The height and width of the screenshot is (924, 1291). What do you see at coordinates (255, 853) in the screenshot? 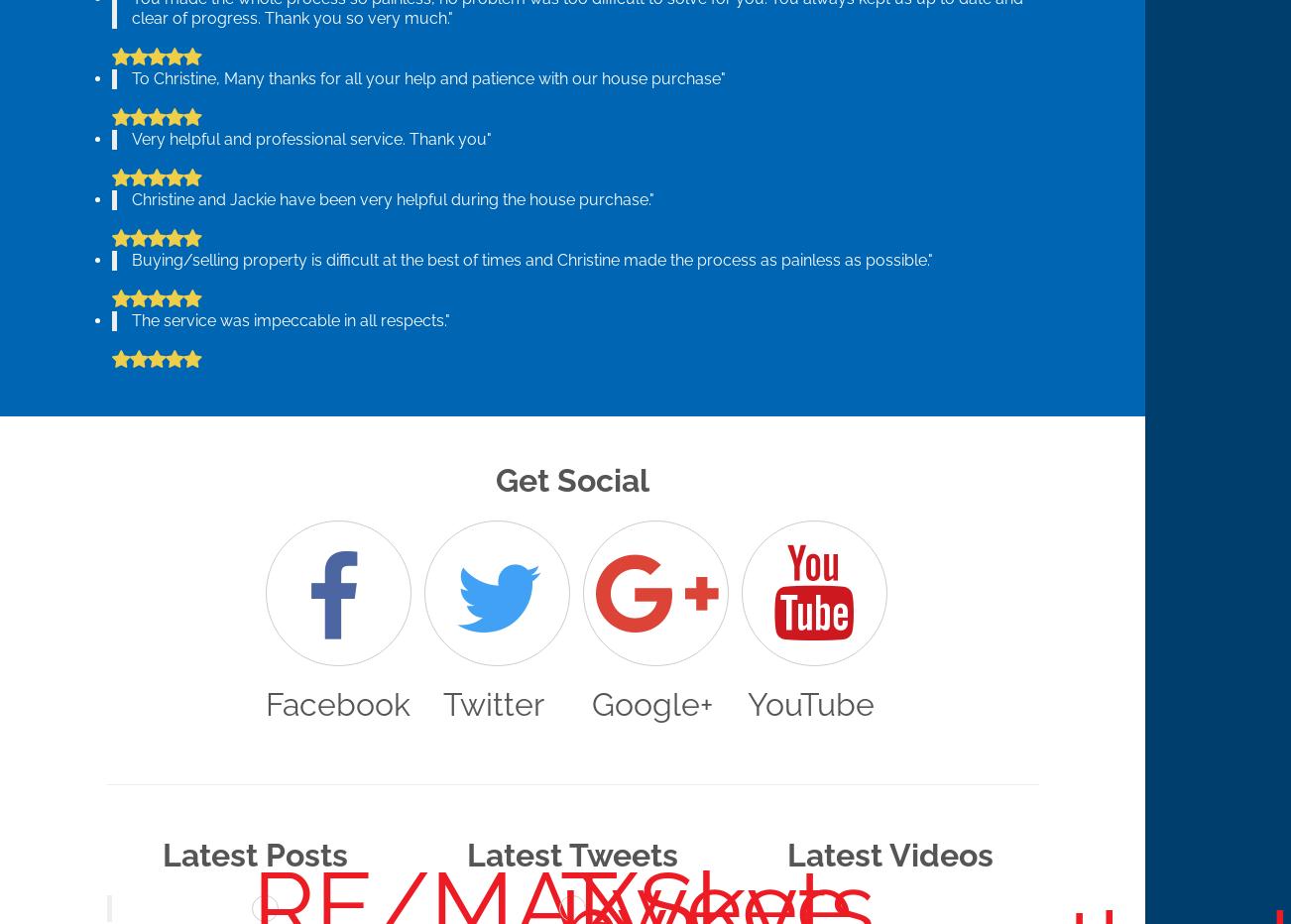
I see `'Latest Posts'` at bounding box center [255, 853].